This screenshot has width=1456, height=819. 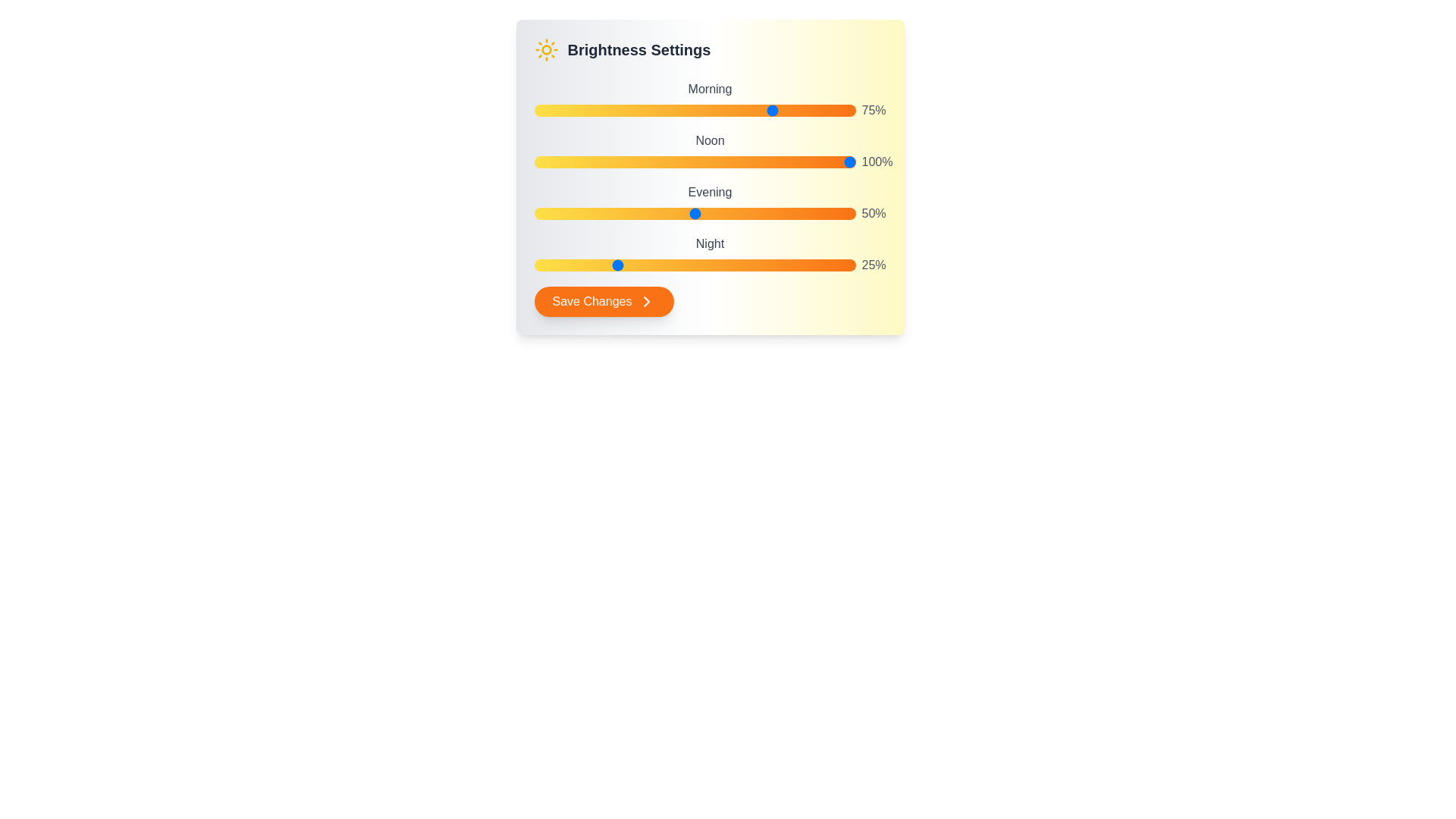 I want to click on the 'Save Changes' button to trigger its hover effect, so click(x=603, y=301).